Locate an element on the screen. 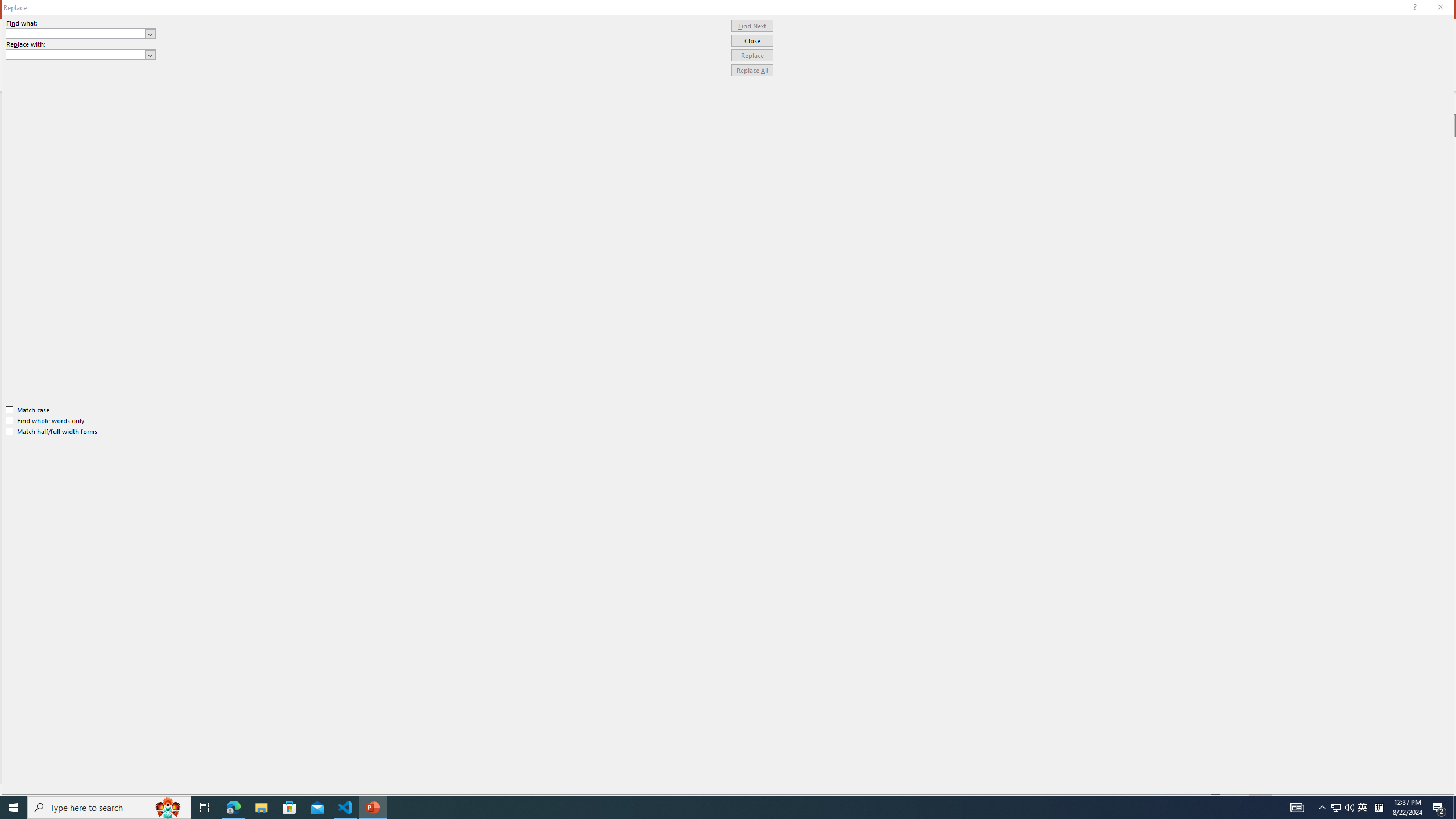  'Zoom 150%' is located at coordinates (1430, 790).